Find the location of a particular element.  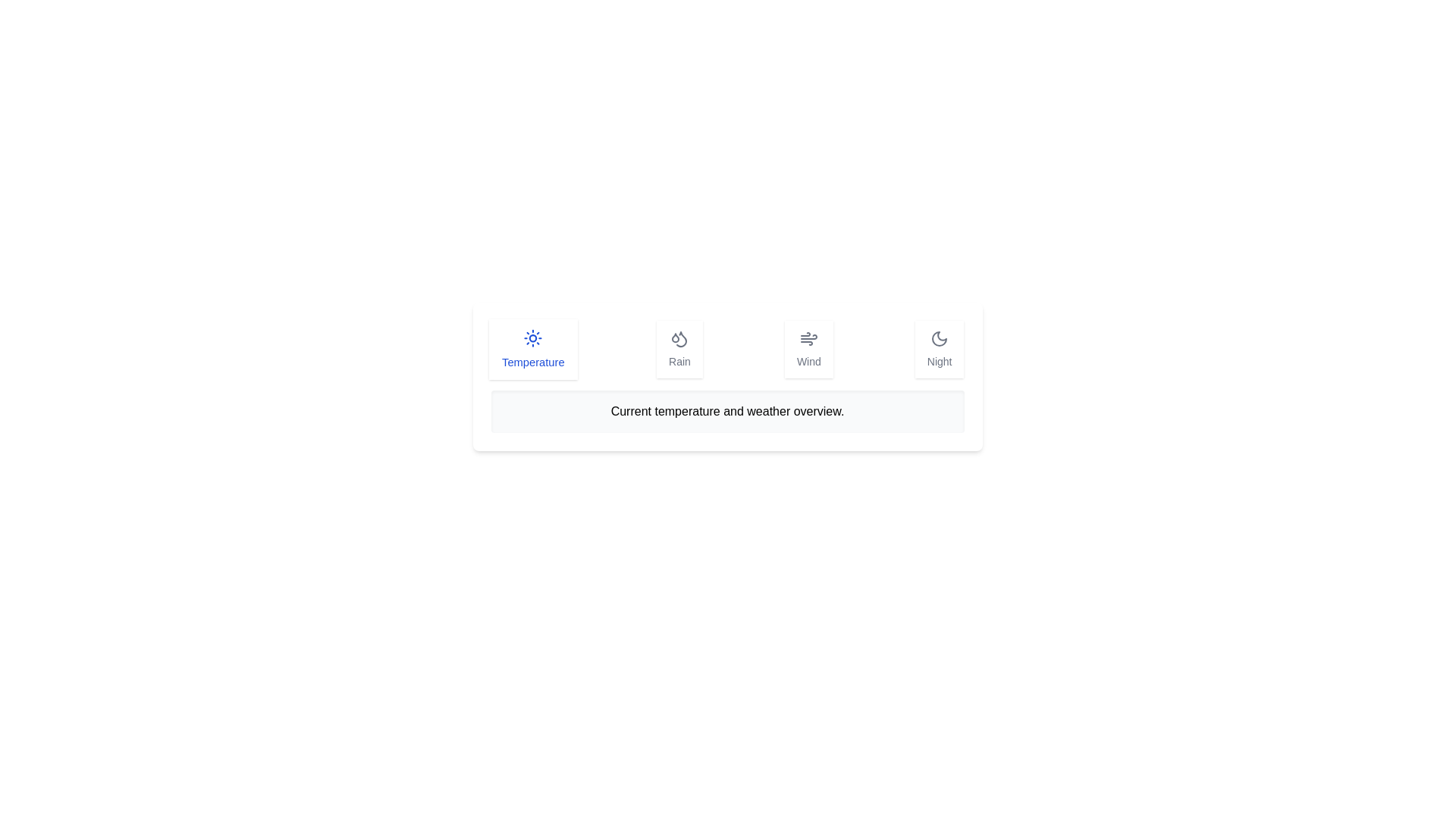

the 'Rain' label, which is styled with a medium-sized font weight in a muted color scheme and is located at the center of the second icon group, positioned between the 'Temperature' and 'Wind' groups is located at coordinates (679, 362).